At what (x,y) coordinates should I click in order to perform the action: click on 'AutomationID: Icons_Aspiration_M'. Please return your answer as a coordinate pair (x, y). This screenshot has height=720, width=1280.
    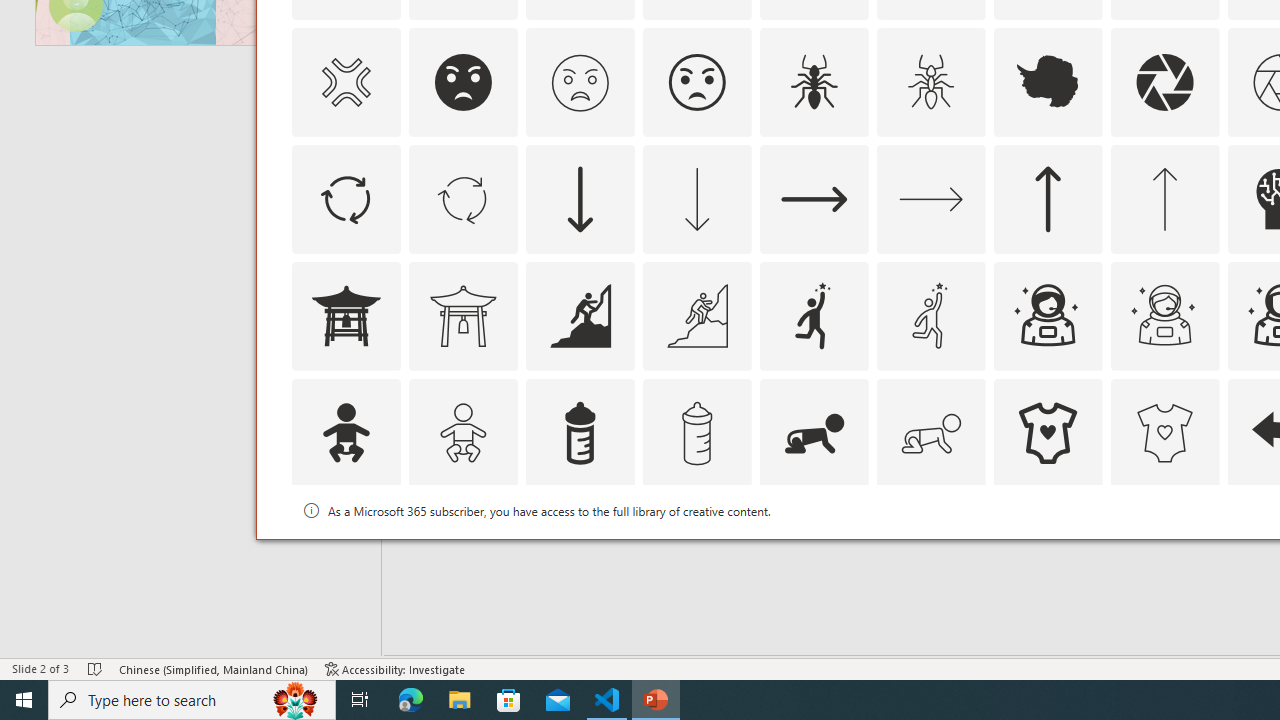
    Looking at the image, I should click on (696, 315).